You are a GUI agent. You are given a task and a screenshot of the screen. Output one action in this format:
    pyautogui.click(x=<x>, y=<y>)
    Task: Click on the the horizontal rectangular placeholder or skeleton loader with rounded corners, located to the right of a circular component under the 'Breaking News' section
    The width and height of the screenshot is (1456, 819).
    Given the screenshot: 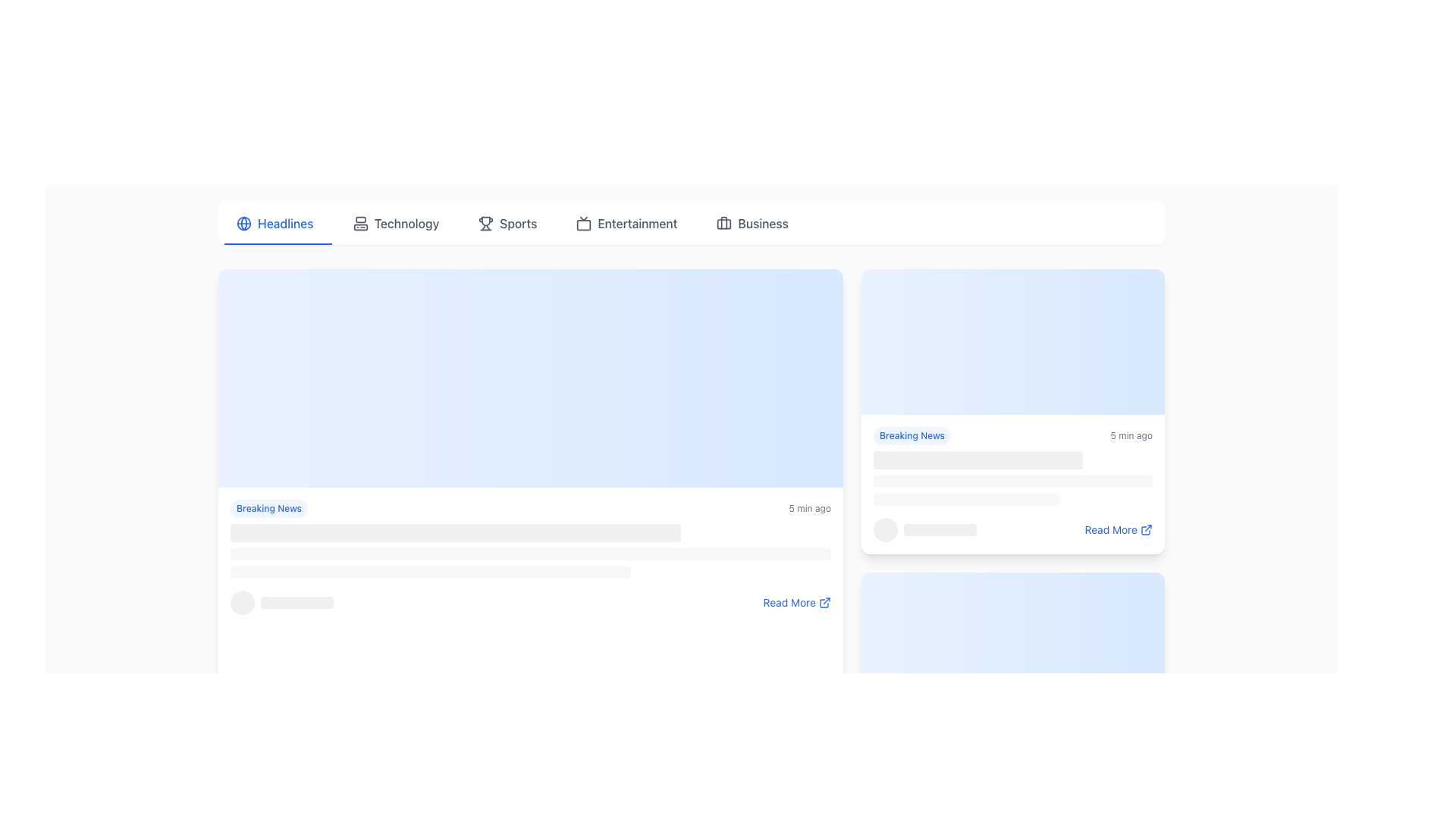 What is the action you would take?
    pyautogui.click(x=297, y=601)
    